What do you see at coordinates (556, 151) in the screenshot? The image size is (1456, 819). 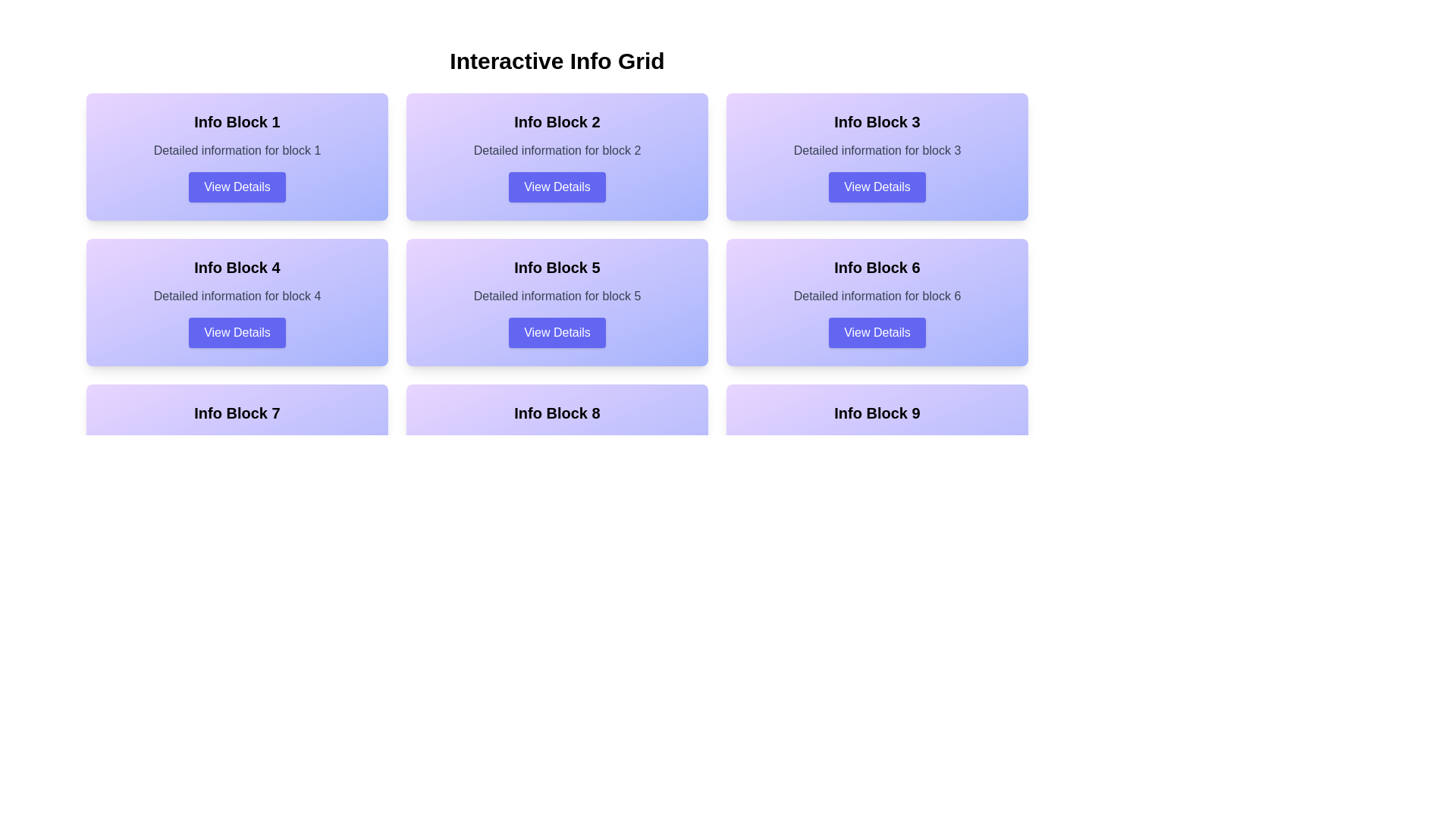 I see `the text label that displays 'Detailed information for block 2', which is styled in gray and located below the title 'Info Block 2'` at bounding box center [556, 151].